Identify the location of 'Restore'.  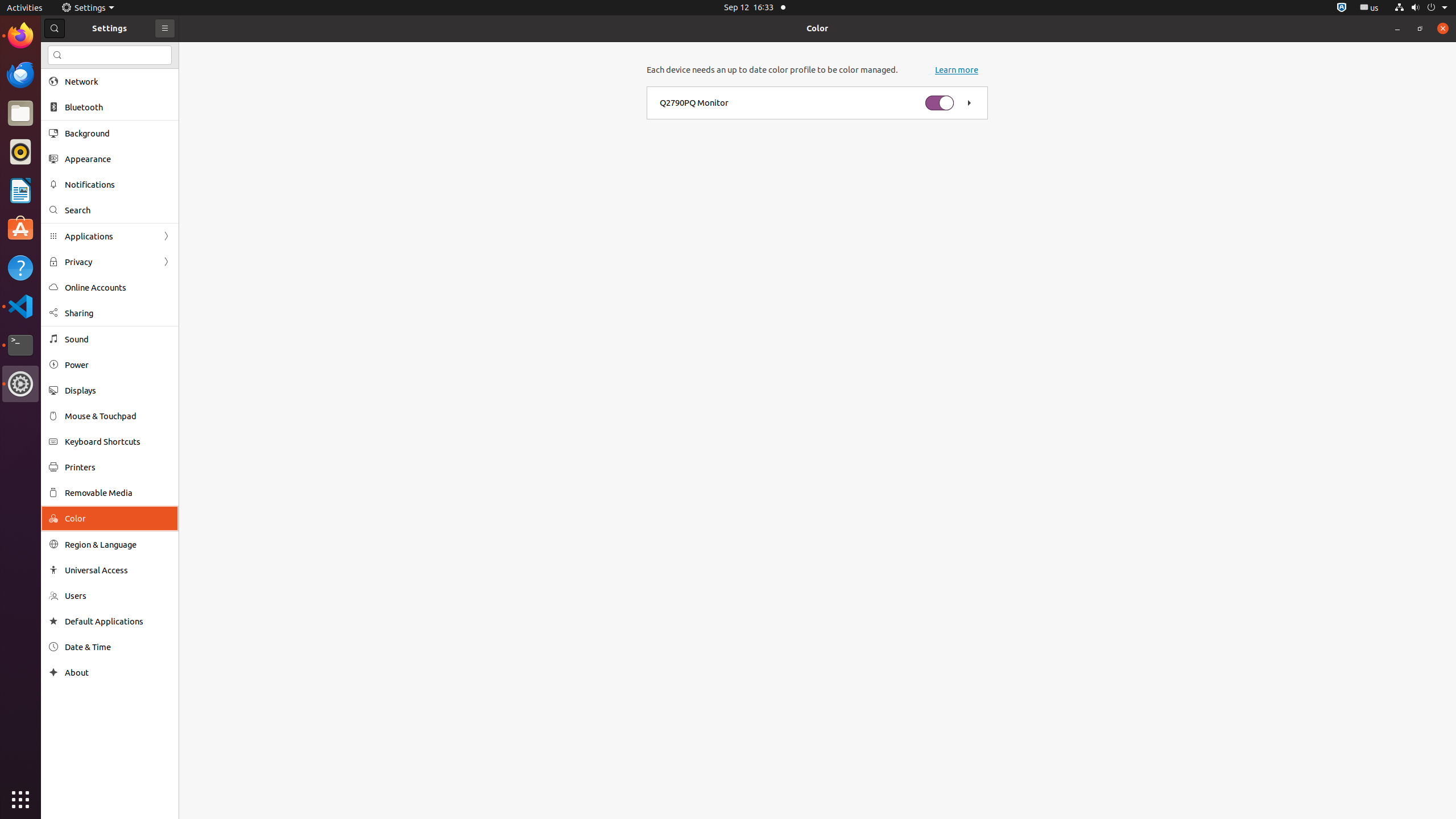
(1420, 28).